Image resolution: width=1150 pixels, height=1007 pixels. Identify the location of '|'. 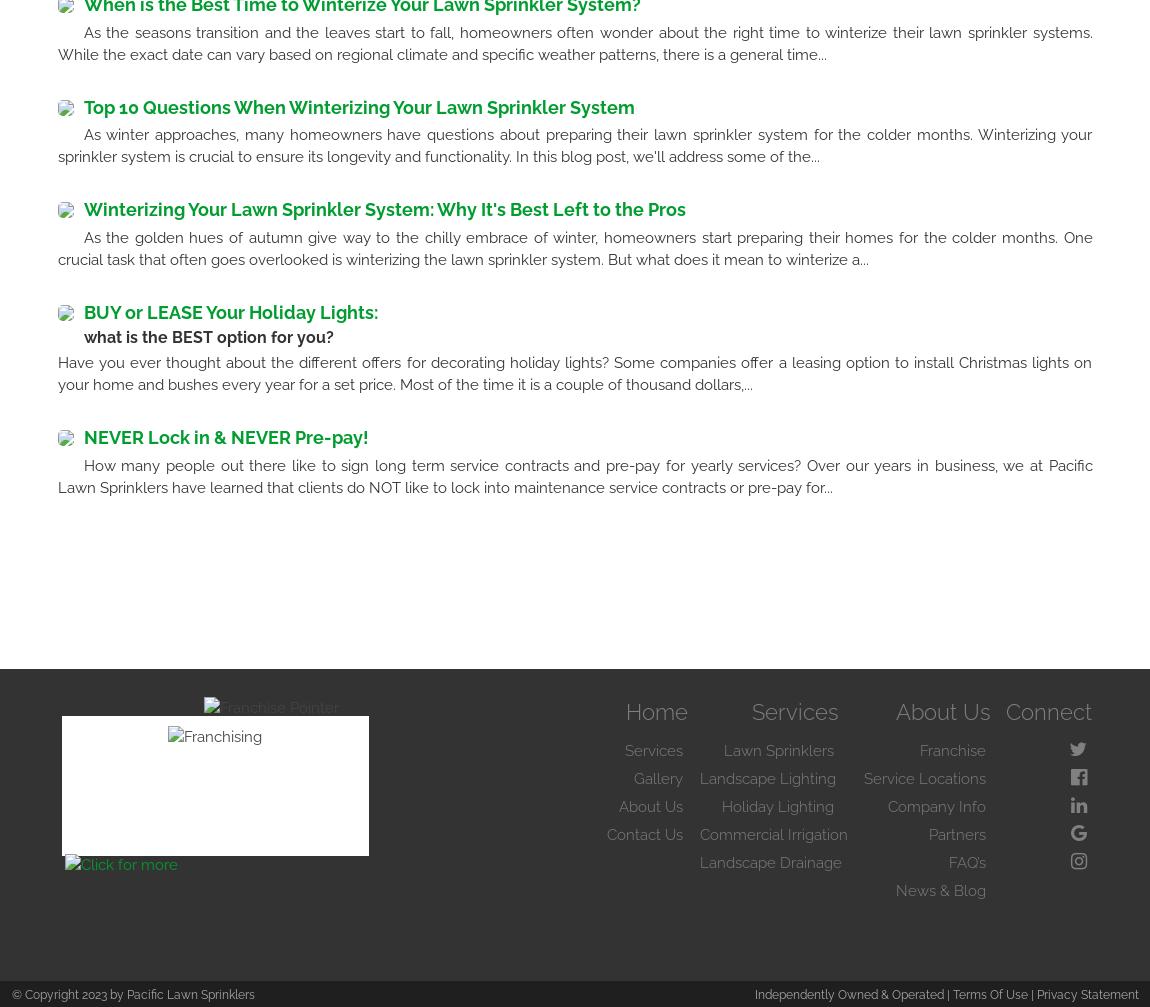
(1026, 993).